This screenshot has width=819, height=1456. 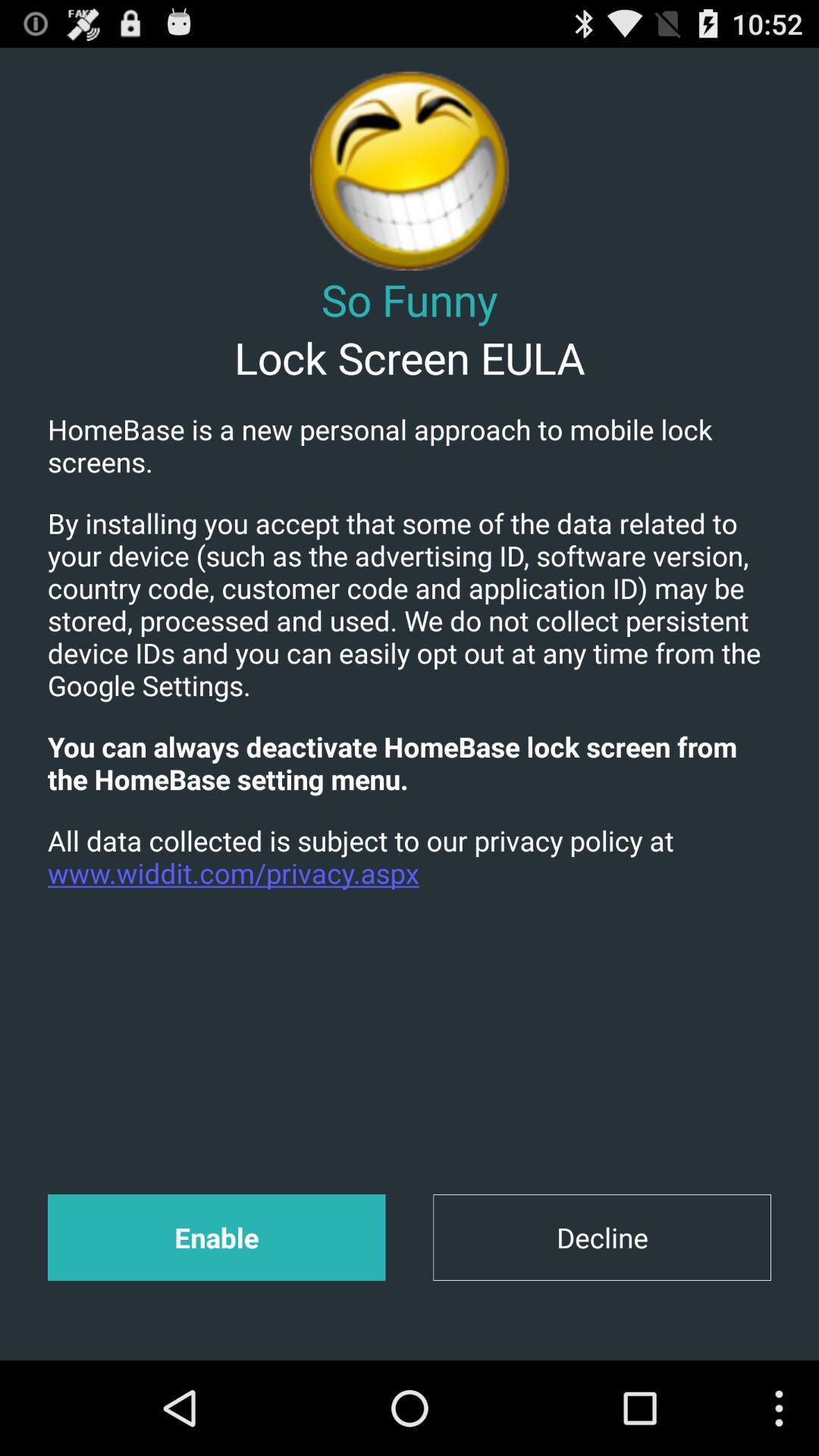 What do you see at coordinates (601, 1238) in the screenshot?
I see `decline` at bounding box center [601, 1238].